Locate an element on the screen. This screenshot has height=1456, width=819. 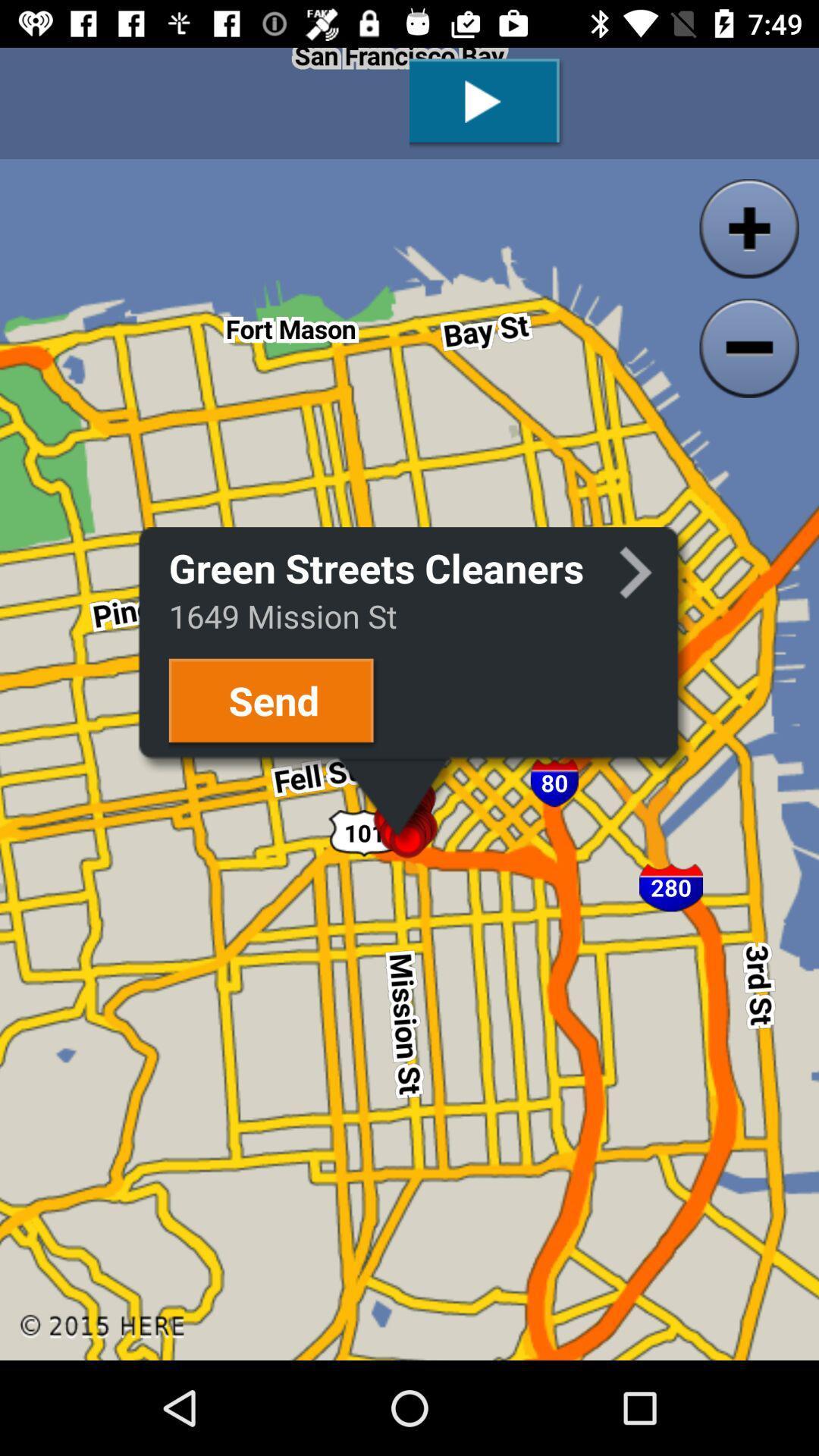
item above the green streets cleaners icon is located at coordinates (487, 102).